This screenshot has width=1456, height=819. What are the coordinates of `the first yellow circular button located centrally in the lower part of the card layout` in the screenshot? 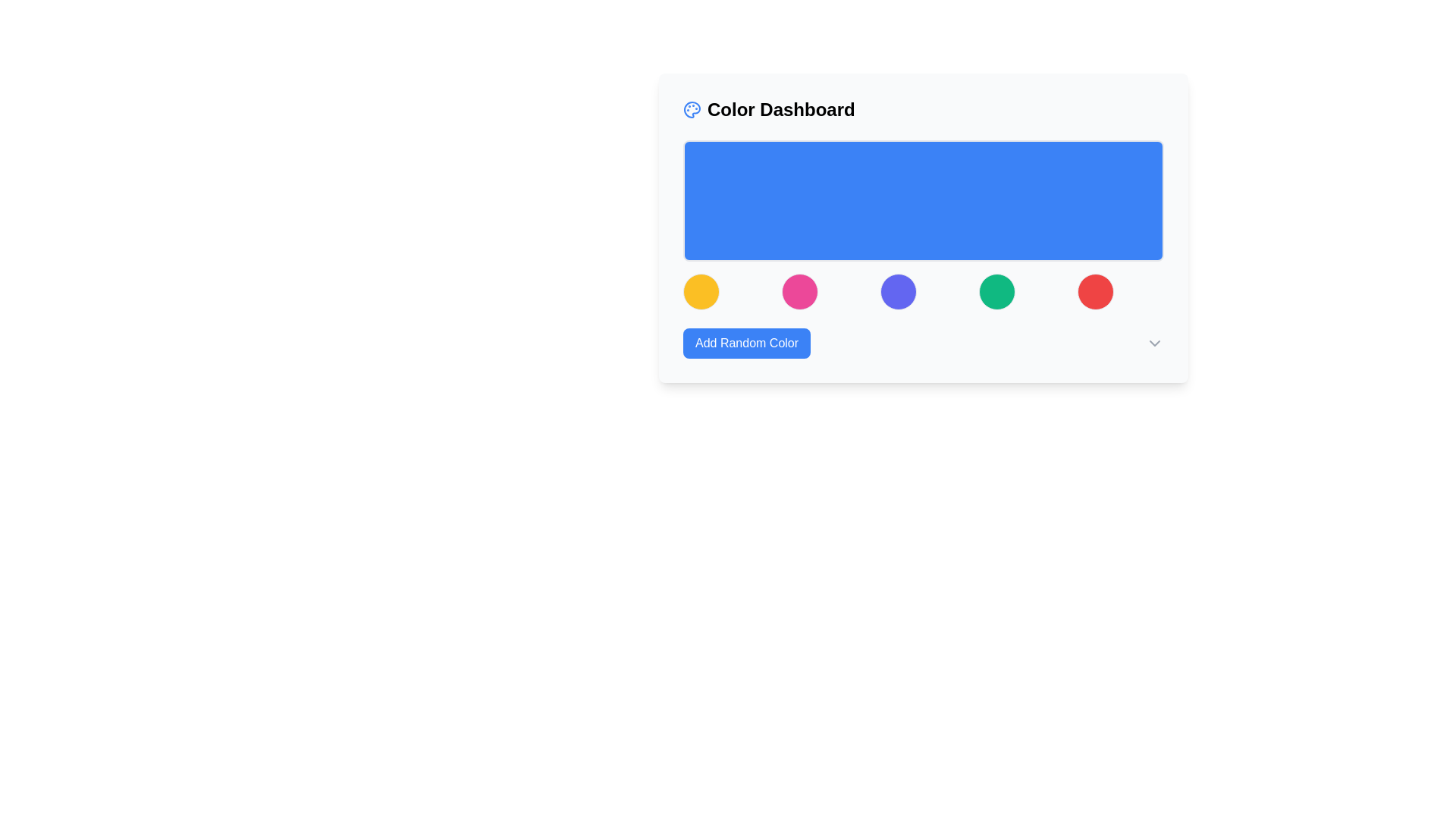 It's located at (701, 292).